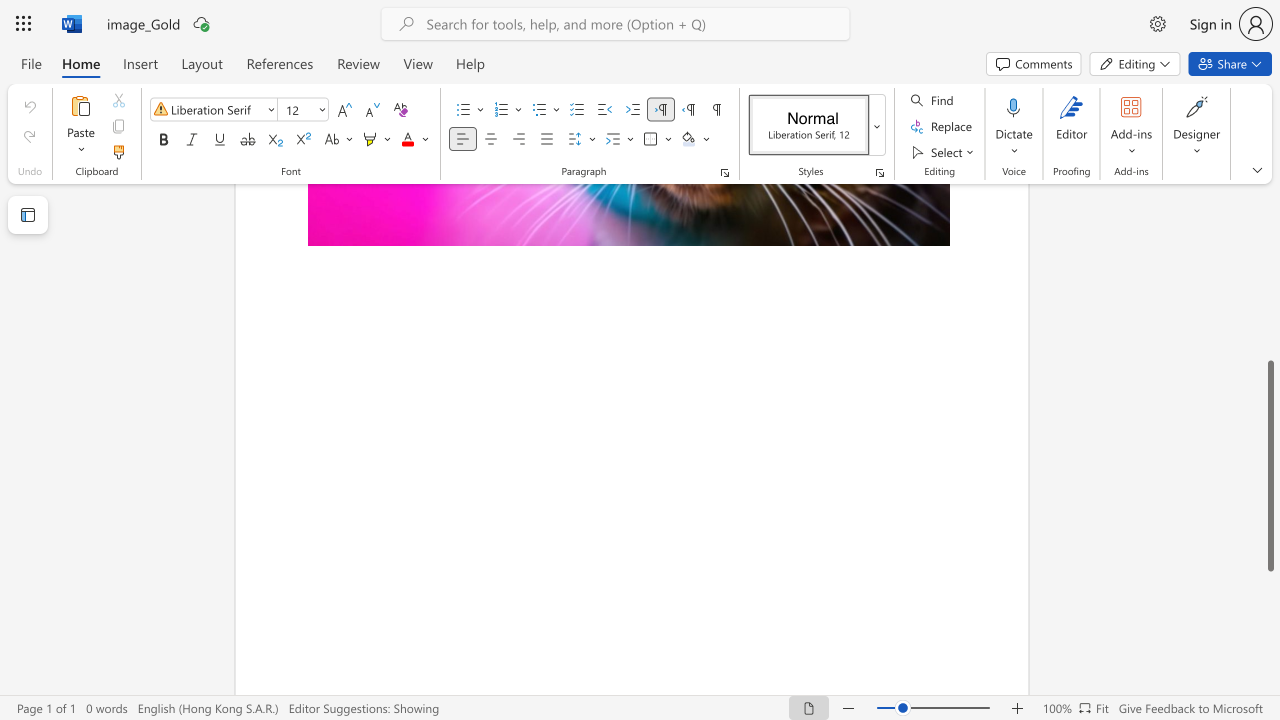 The image size is (1280, 720). What do you see at coordinates (1269, 466) in the screenshot?
I see `the scrollbar and move up 340 pixels` at bounding box center [1269, 466].